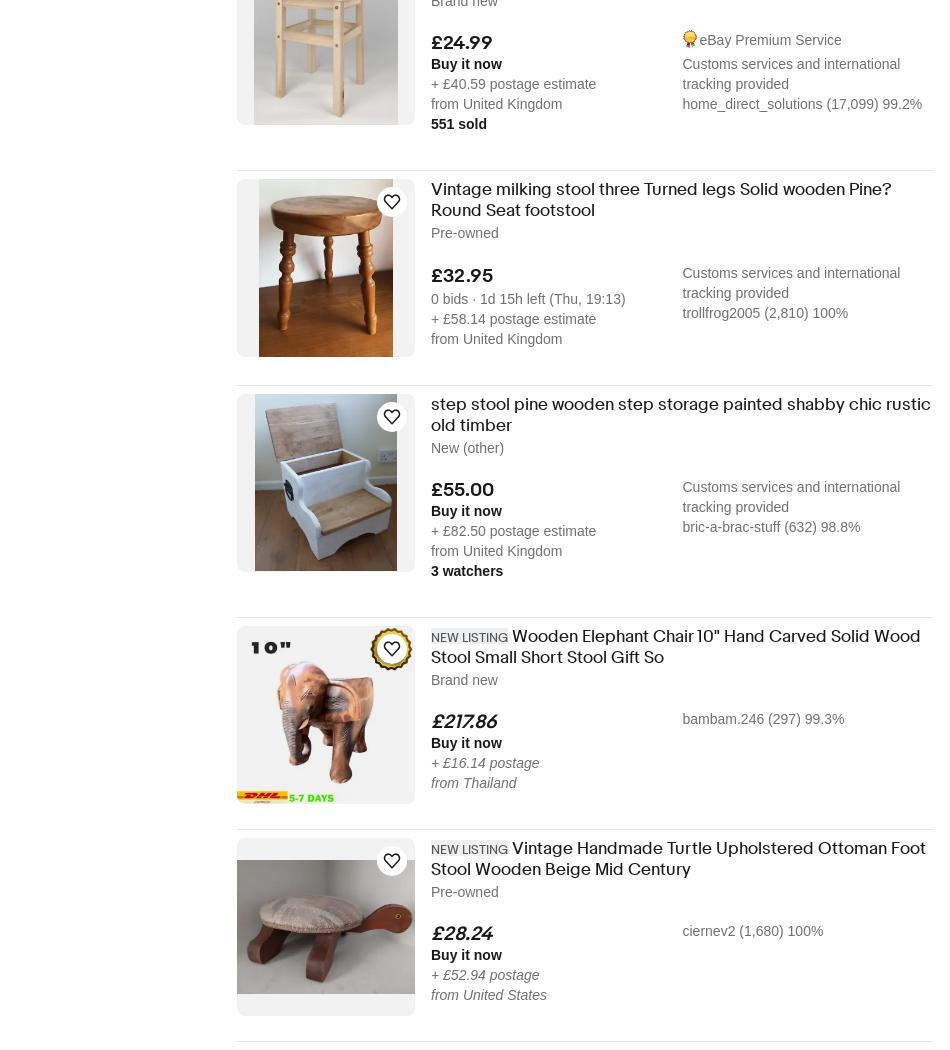 This screenshot has height=1050, width=950. What do you see at coordinates (800, 103) in the screenshot?
I see `'home_direct_solutions (17,099) 99.2%'` at bounding box center [800, 103].